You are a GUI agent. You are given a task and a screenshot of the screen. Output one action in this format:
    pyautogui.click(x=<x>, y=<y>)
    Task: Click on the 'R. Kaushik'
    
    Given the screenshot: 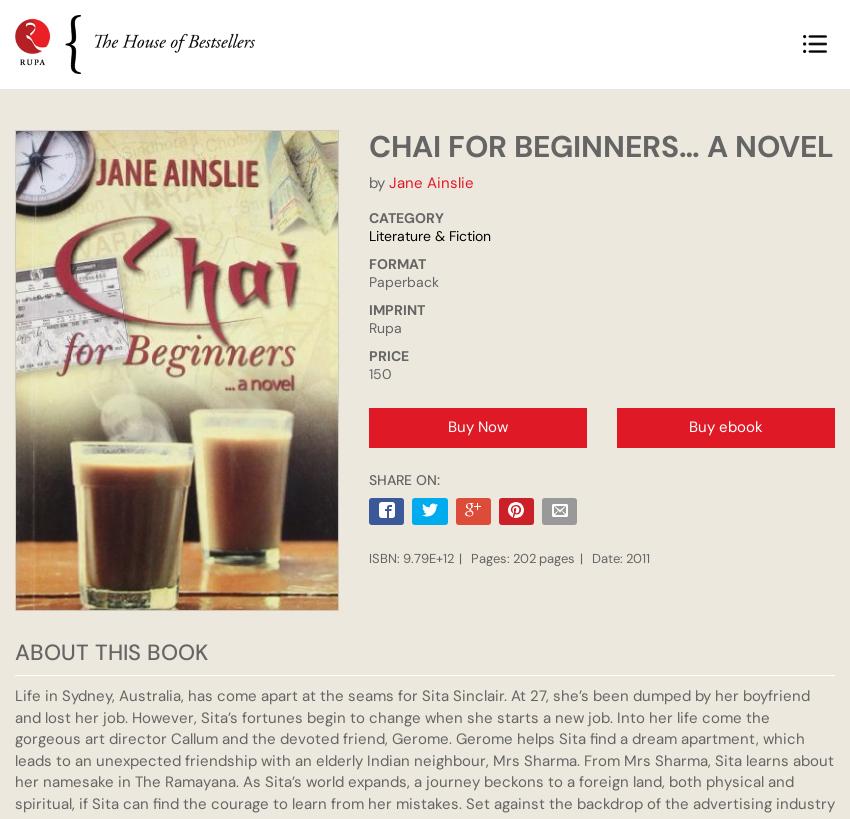 What is the action you would take?
    pyautogui.click(x=151, y=338)
    